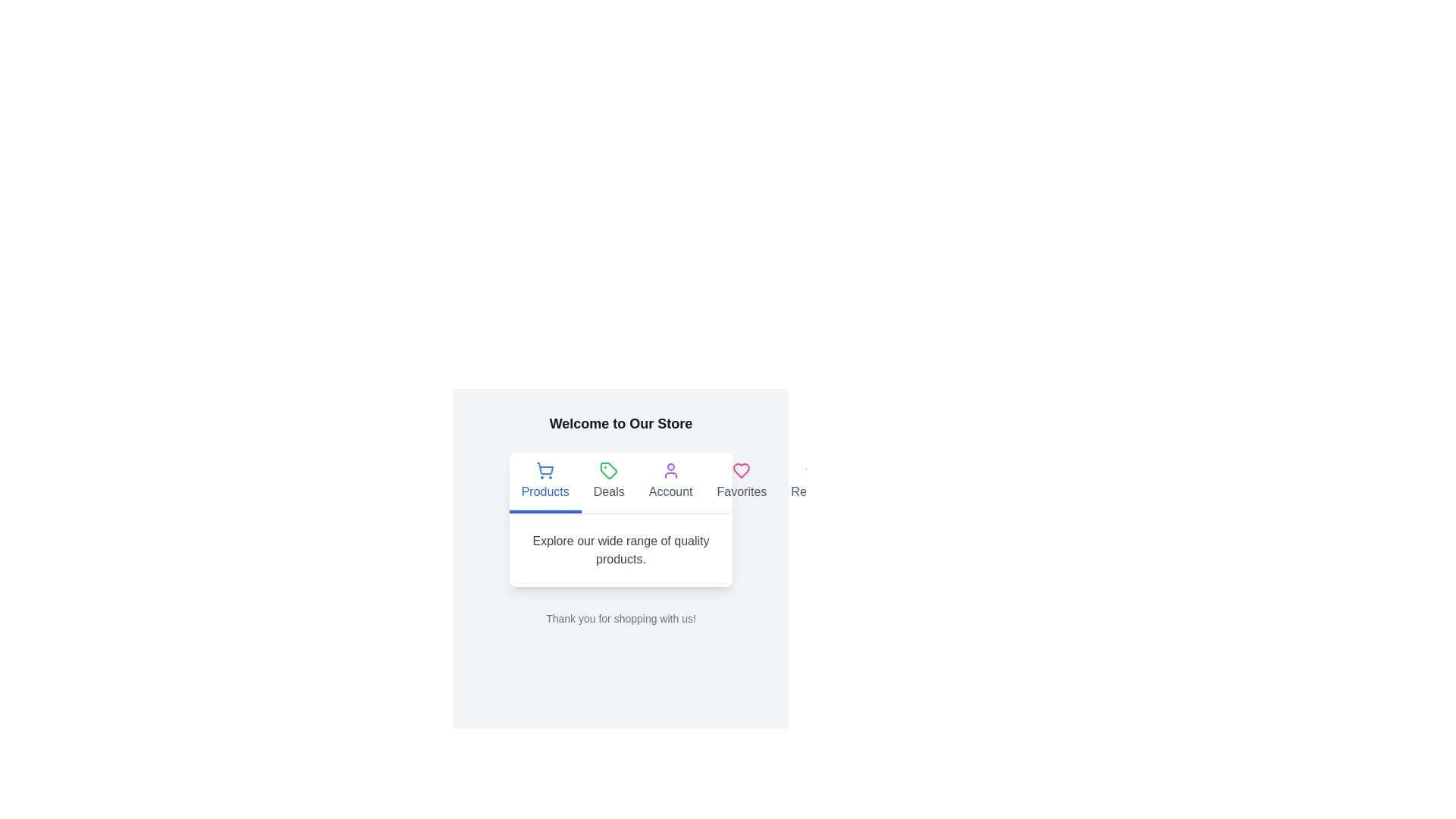  I want to click on the 'Deals' navigation tab button, which is the second element in the horizontal menu bar, positioned between 'Products' and 'Account', so click(609, 482).